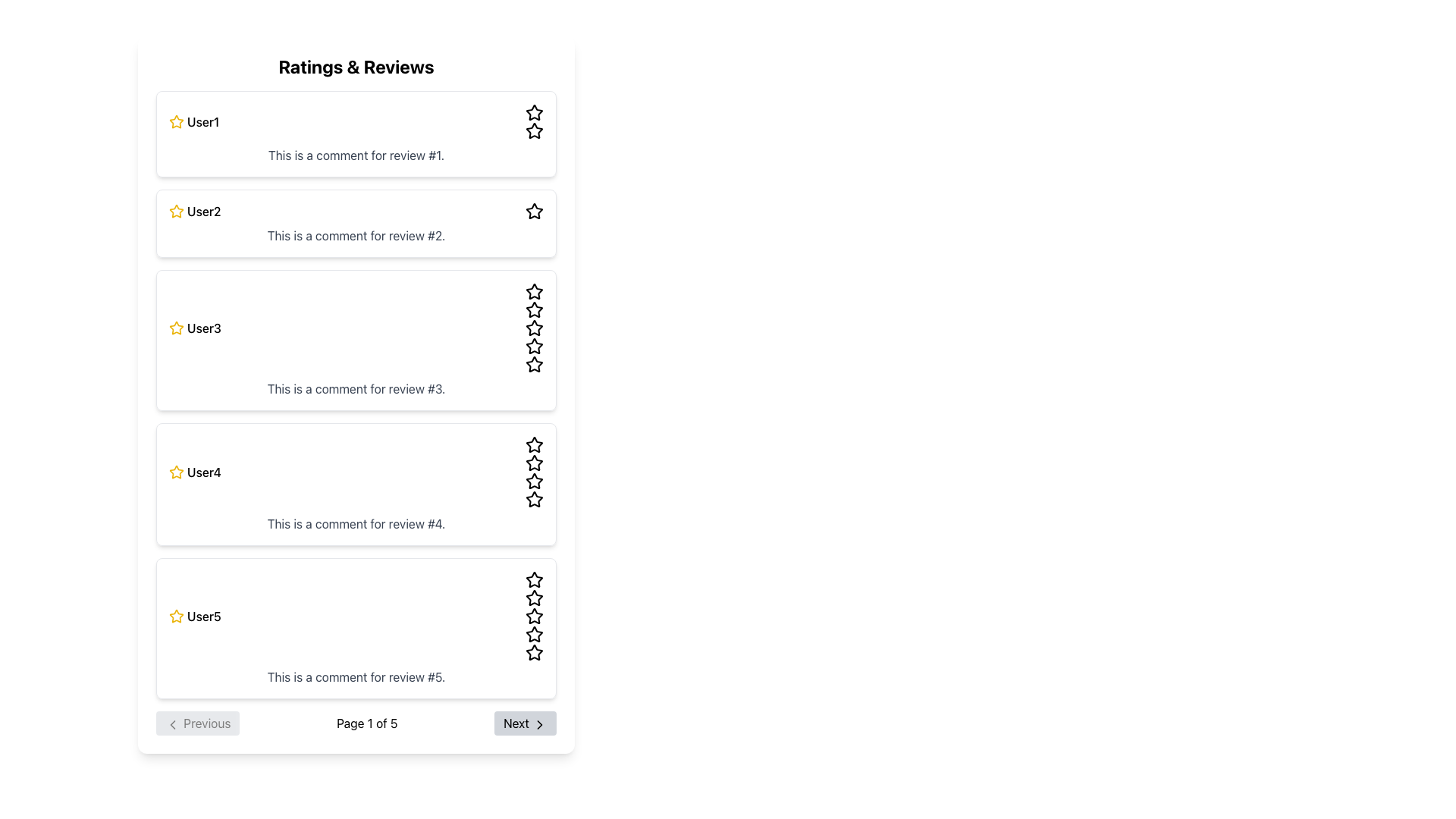  Describe the element at coordinates (535, 346) in the screenshot. I see `the sixth star icon in the row associated with the third review to rate it` at that location.